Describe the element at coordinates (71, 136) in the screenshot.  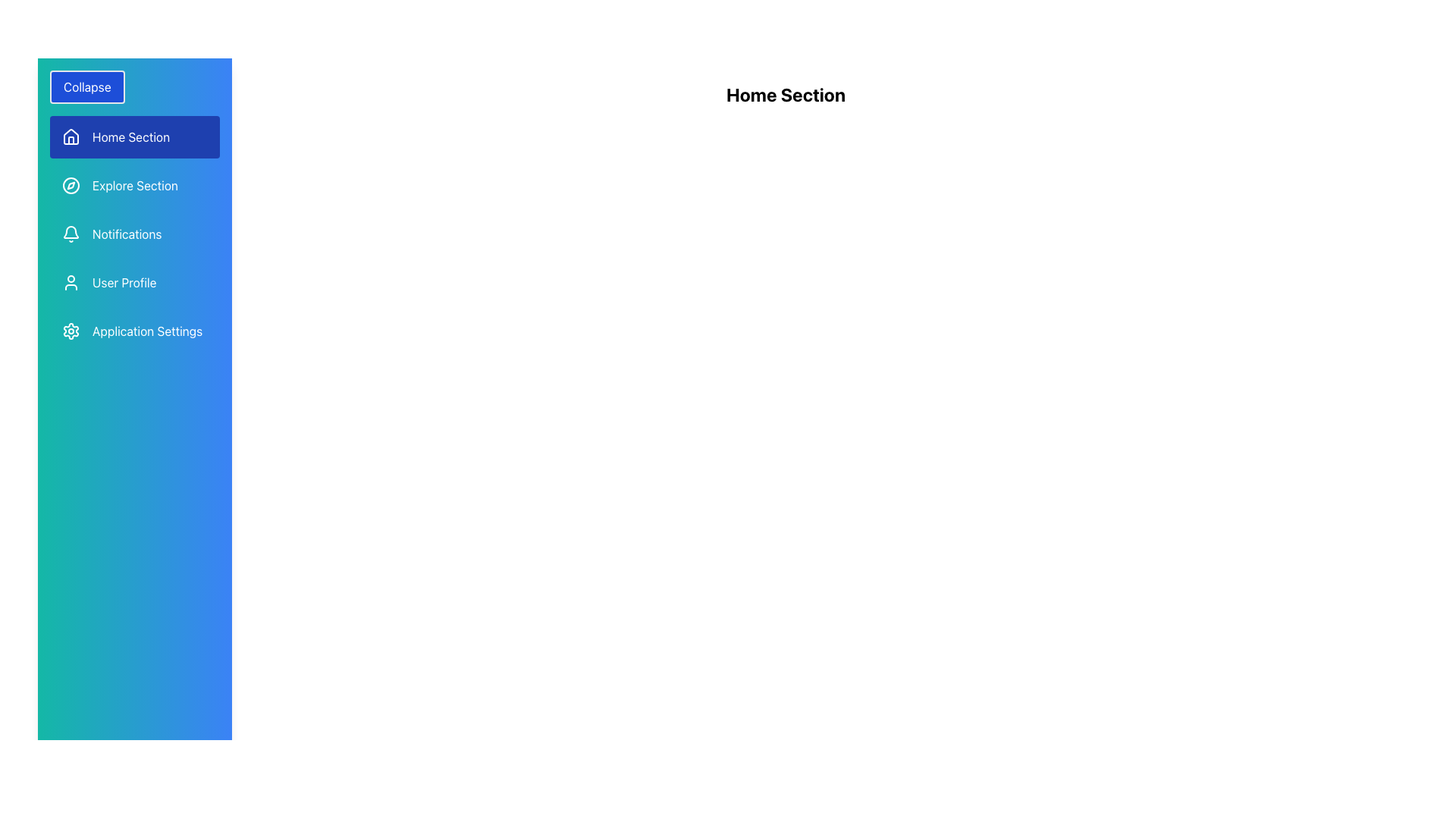
I see `the 'Home Section' icon located in the sidebar menu` at that location.